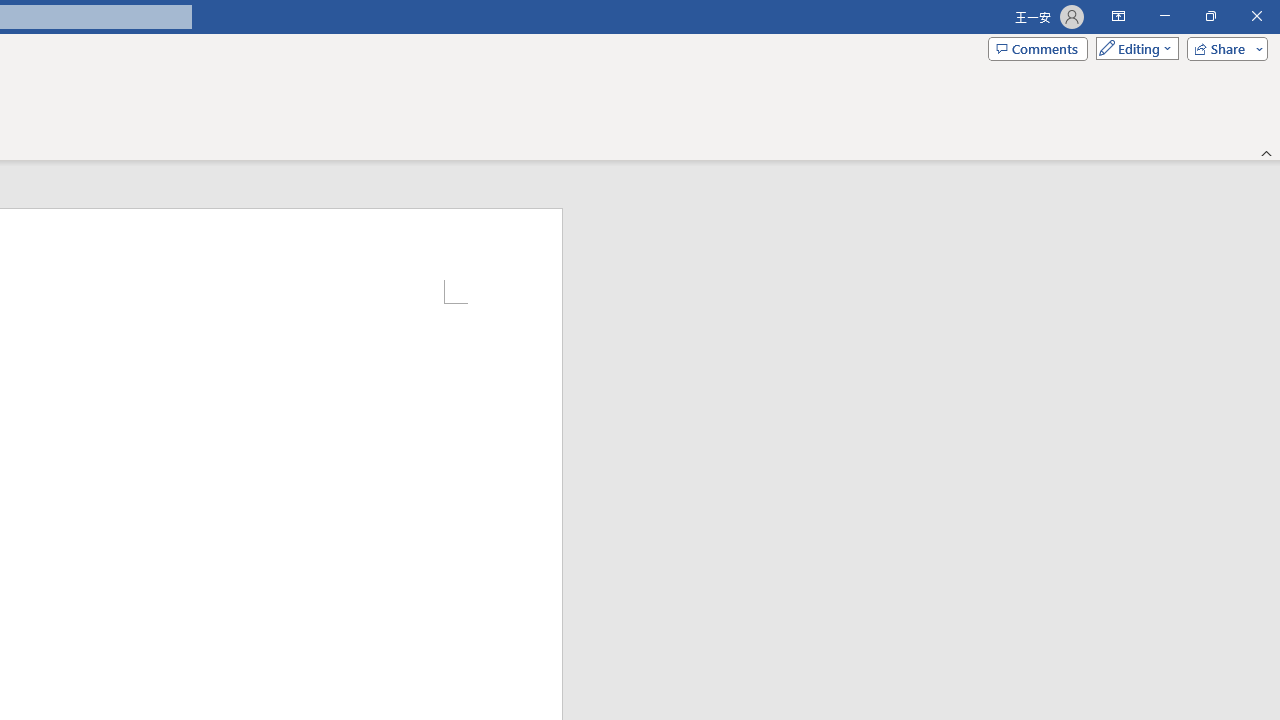 The width and height of the screenshot is (1280, 720). What do you see at coordinates (1255, 16) in the screenshot?
I see `'Close'` at bounding box center [1255, 16].